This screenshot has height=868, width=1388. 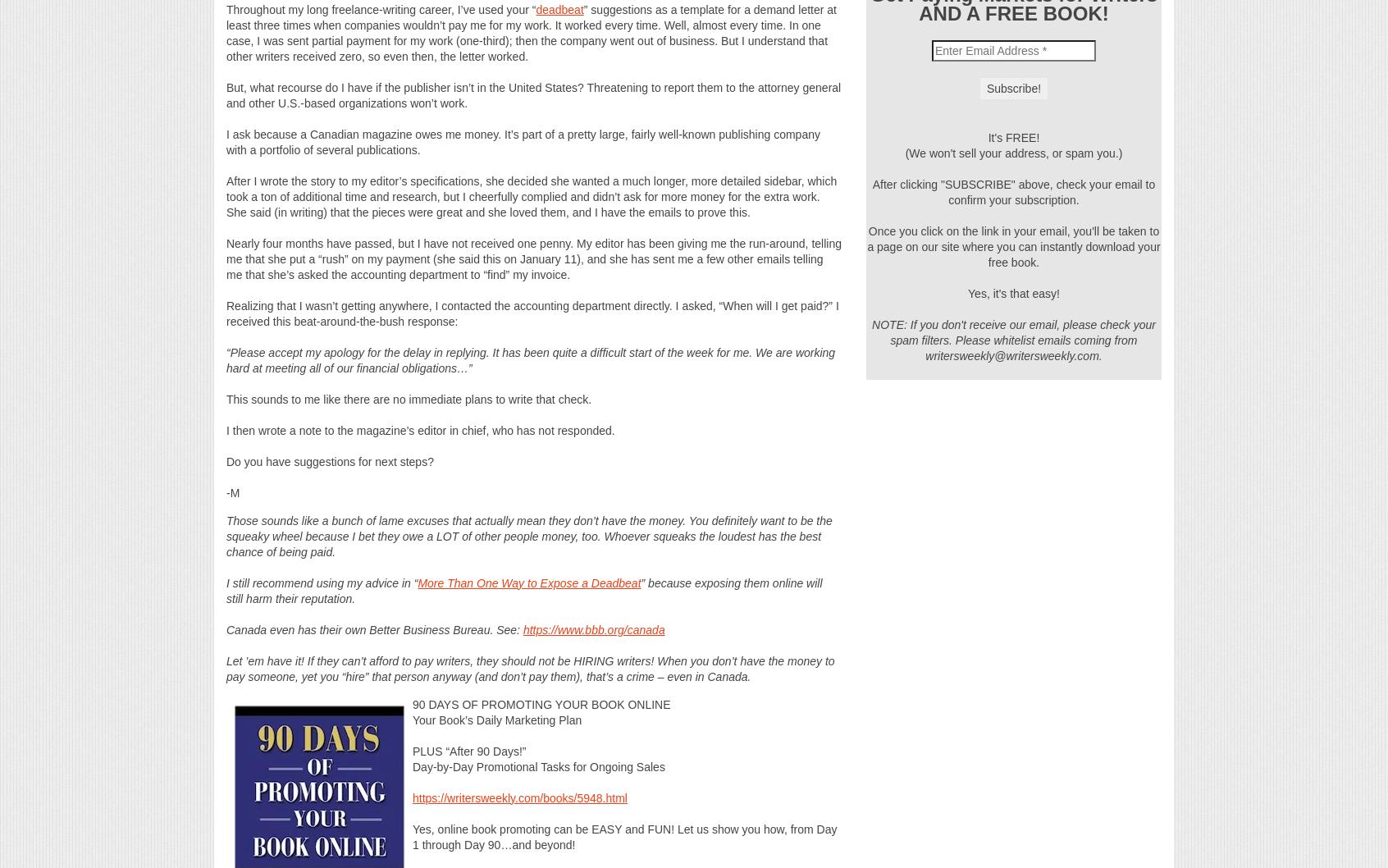 What do you see at coordinates (1013, 339) in the screenshot?
I see `'NOTE: If you don't receive our email, please check your spam filters. Please whitelist emails coming from writersweekly@writersweekly.com.'` at bounding box center [1013, 339].